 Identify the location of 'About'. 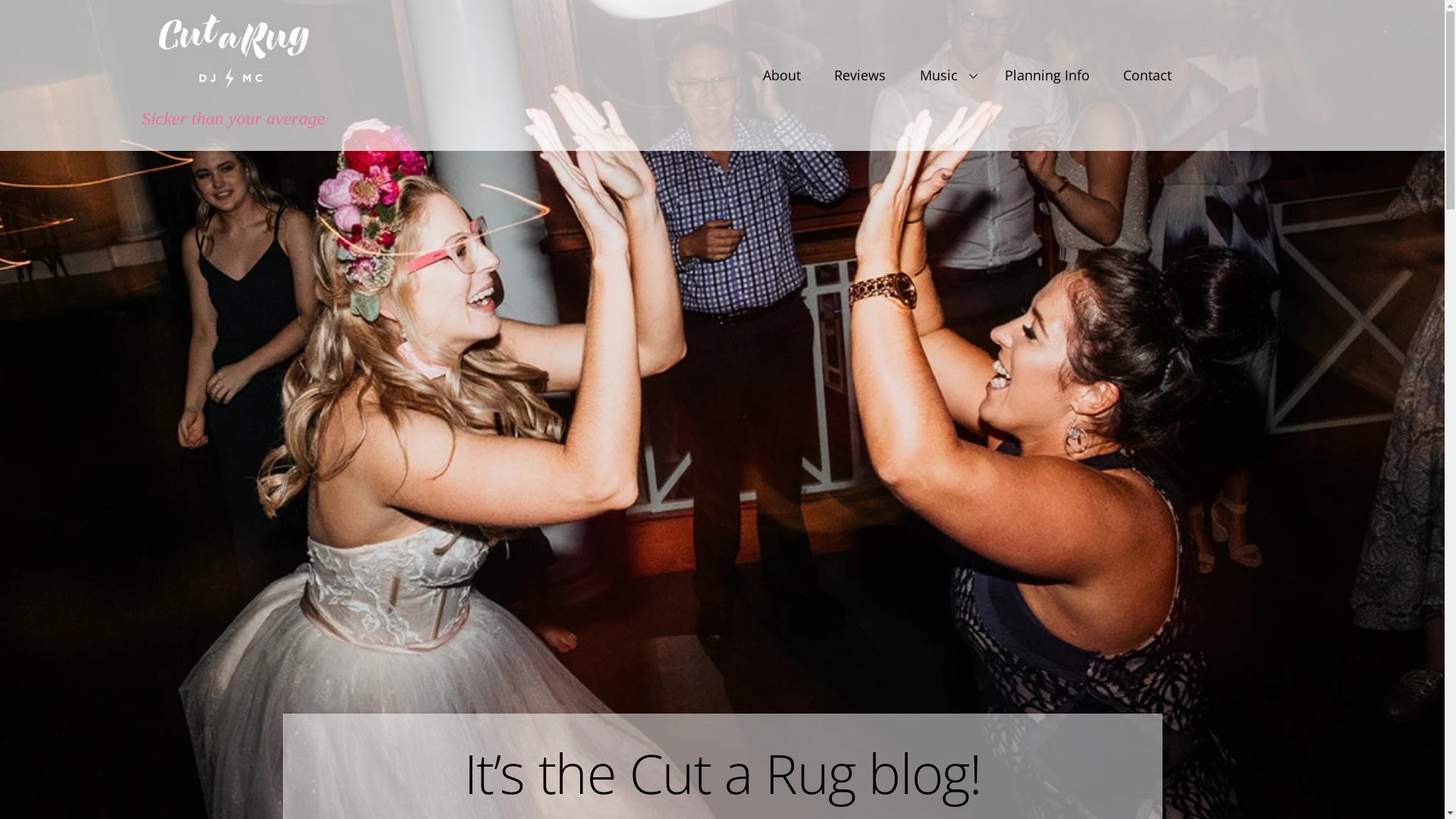
(781, 76).